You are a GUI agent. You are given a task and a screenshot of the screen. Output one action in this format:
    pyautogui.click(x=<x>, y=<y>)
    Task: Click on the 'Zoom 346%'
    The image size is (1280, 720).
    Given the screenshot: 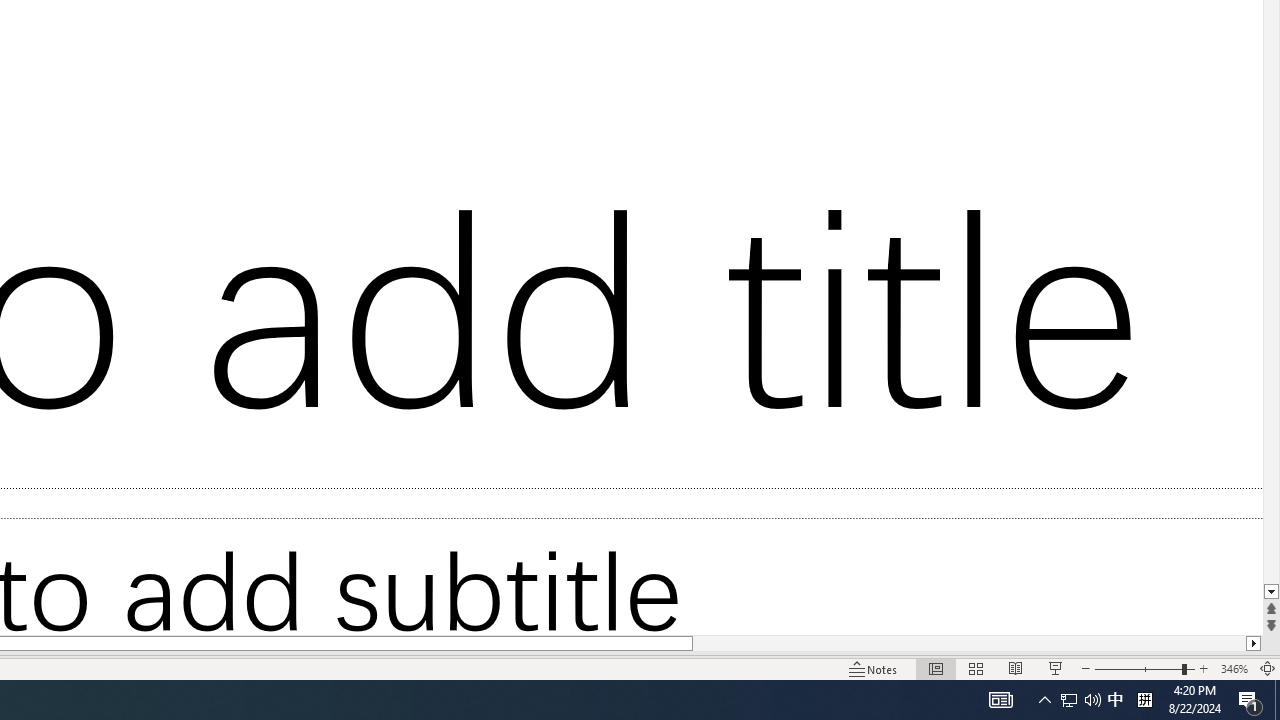 What is the action you would take?
    pyautogui.click(x=1233, y=669)
    